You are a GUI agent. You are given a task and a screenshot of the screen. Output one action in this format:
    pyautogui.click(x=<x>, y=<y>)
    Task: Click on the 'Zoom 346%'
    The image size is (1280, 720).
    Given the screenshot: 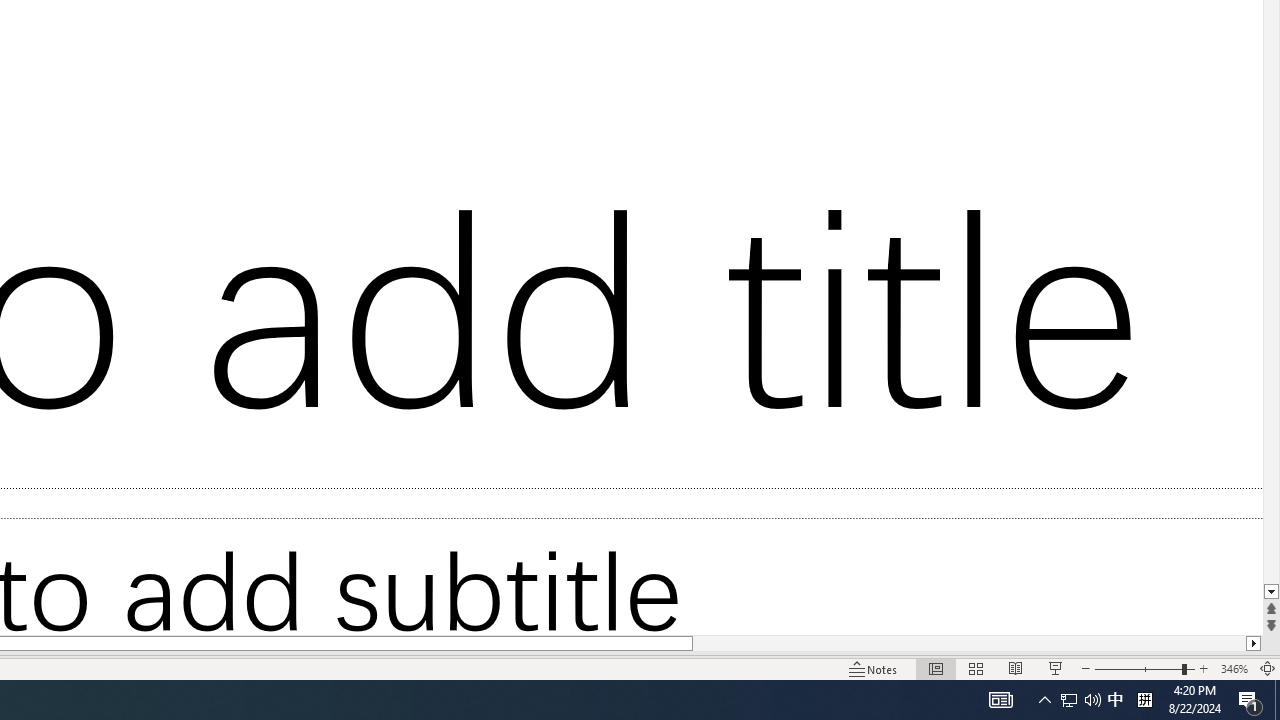 What is the action you would take?
    pyautogui.click(x=1233, y=669)
    